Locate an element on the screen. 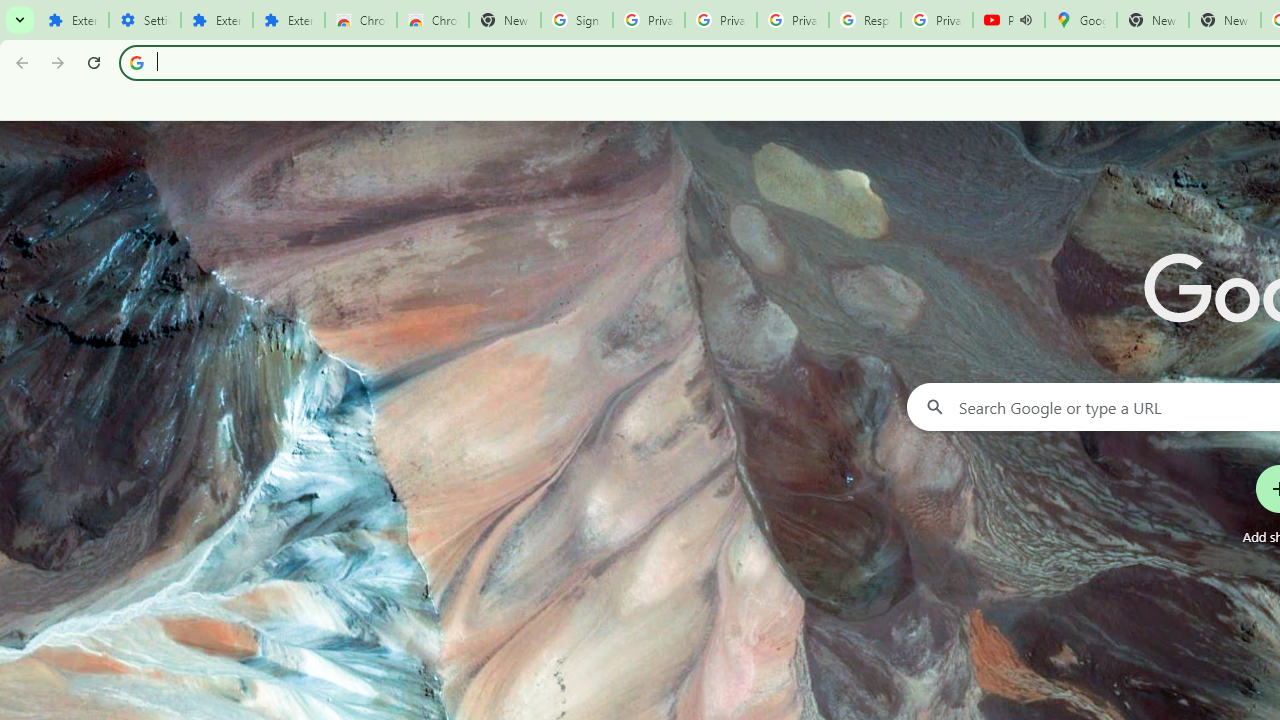 This screenshot has width=1280, height=720. 'Sign in - Google Accounts' is located at coordinates (576, 20).